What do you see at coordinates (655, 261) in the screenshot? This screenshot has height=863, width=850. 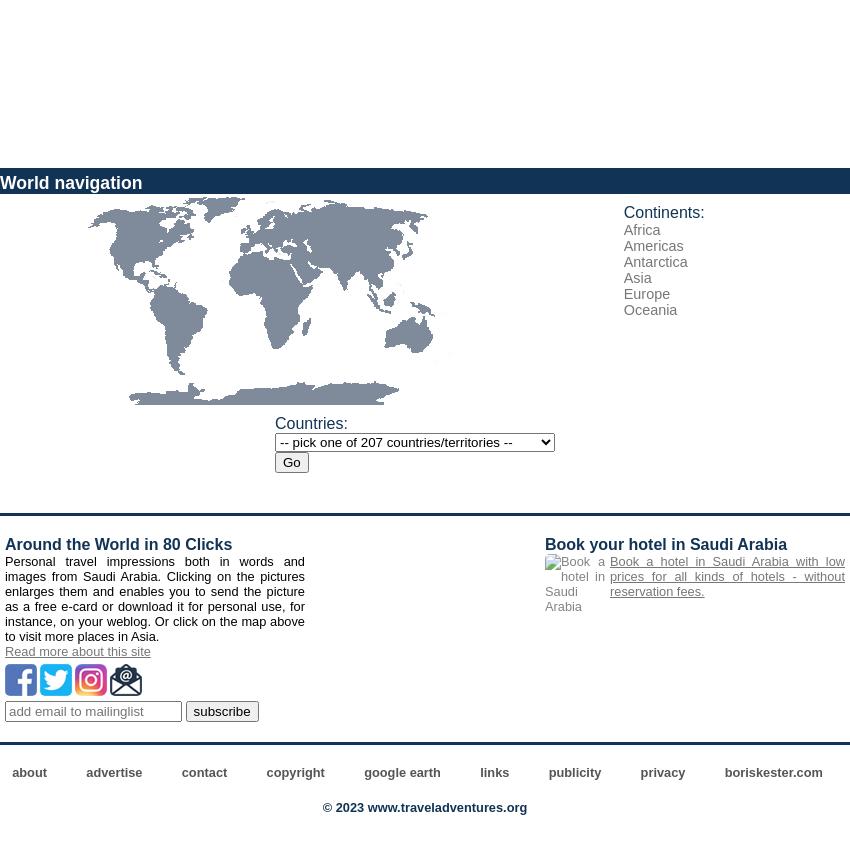 I see `'Antarctica'` at bounding box center [655, 261].